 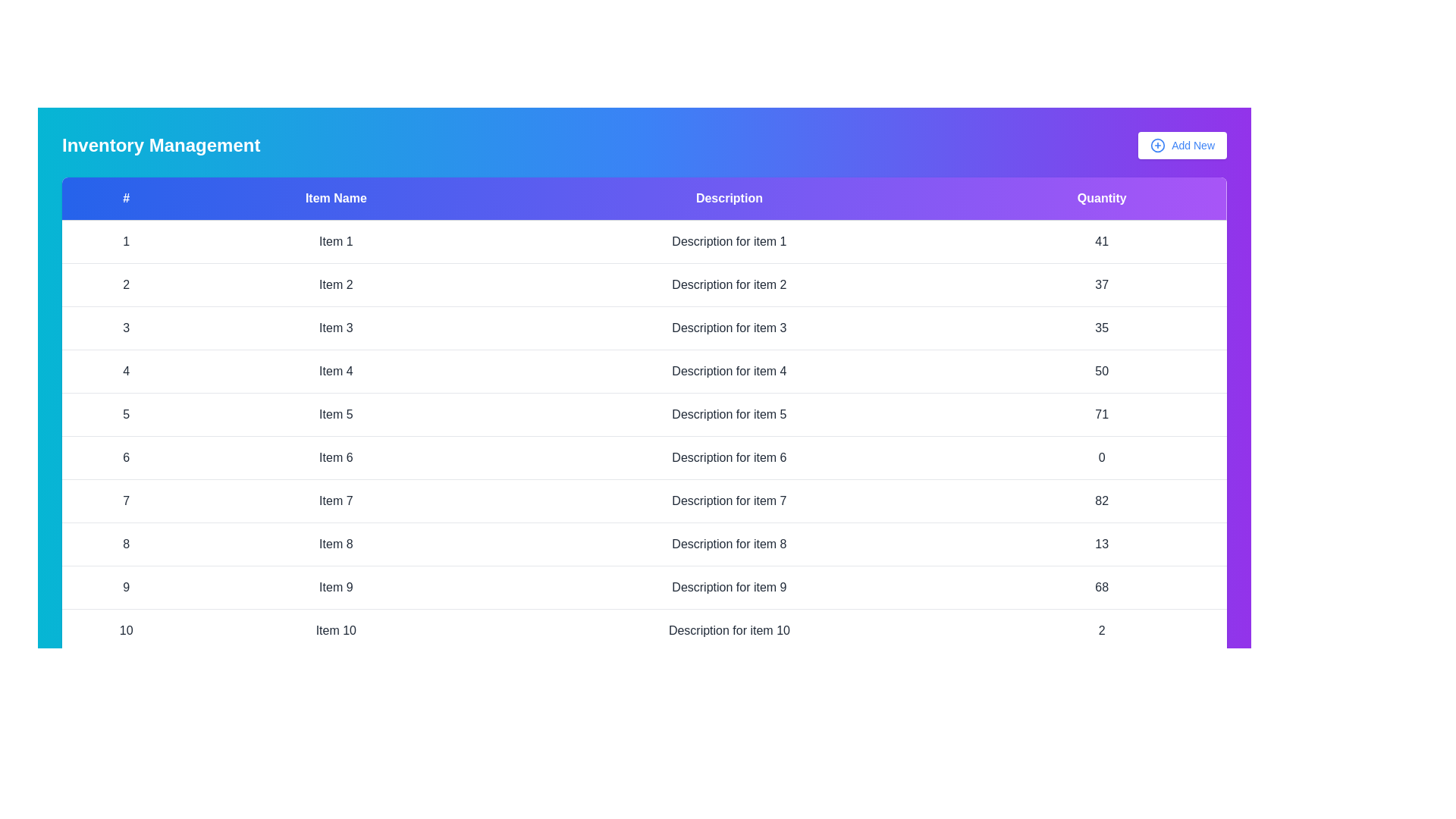 I want to click on the 'Add New' button to initiate the action, so click(x=1181, y=146).